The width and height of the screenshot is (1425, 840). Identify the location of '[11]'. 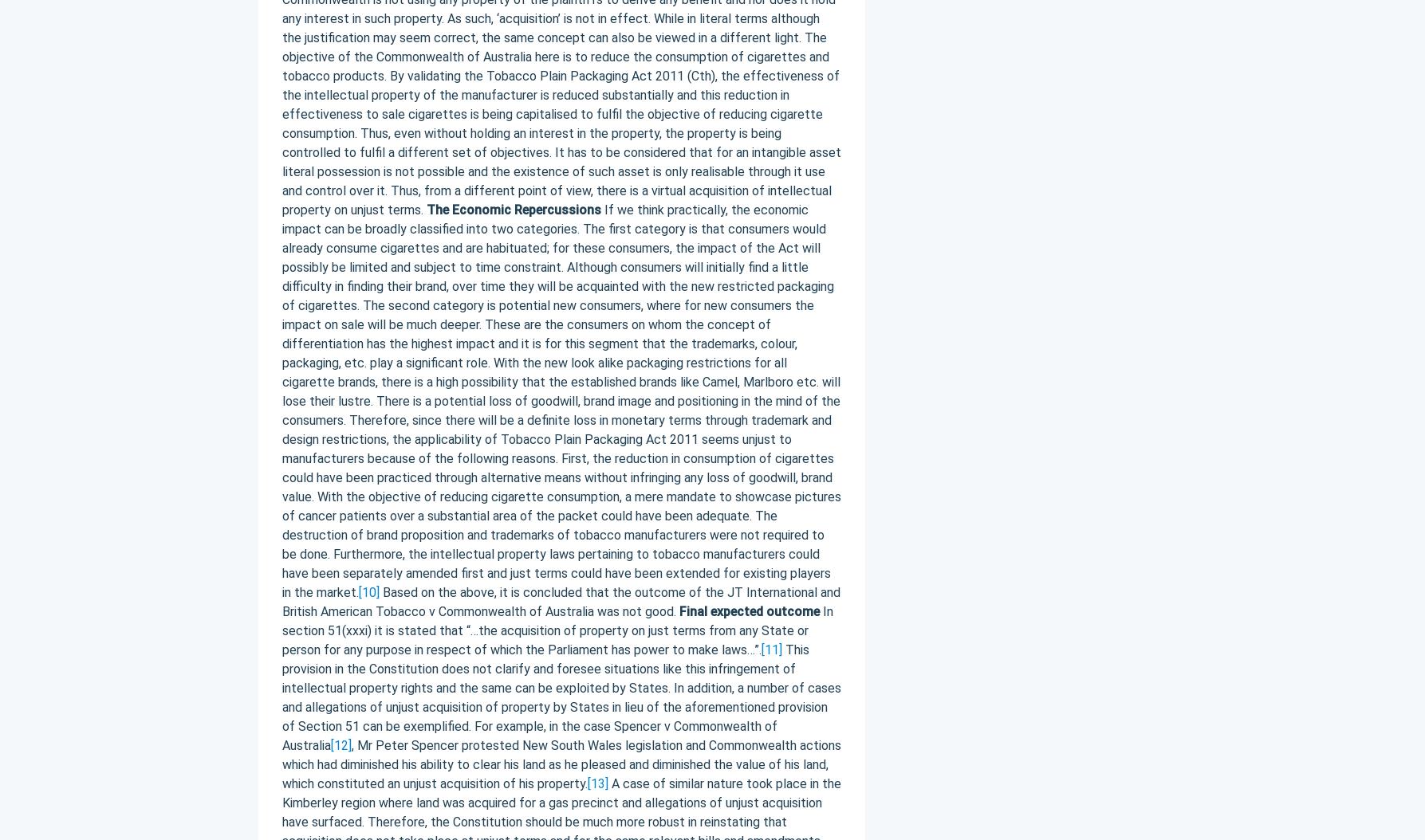
(770, 648).